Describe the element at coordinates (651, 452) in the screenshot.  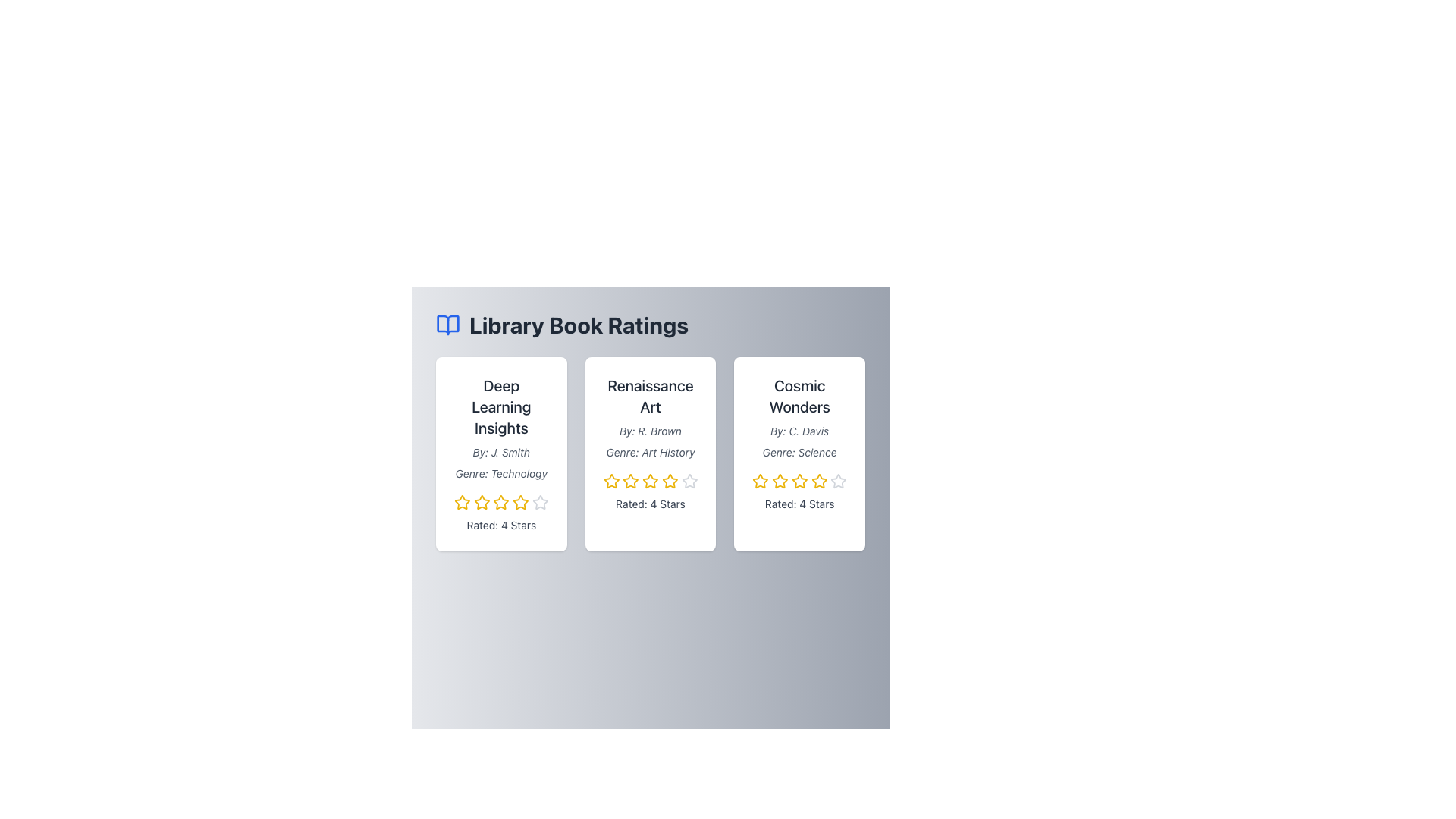
I see `the text label displaying 'Genre: Art History', which is the third text entry in the card about 'Renaissance Art'` at that location.